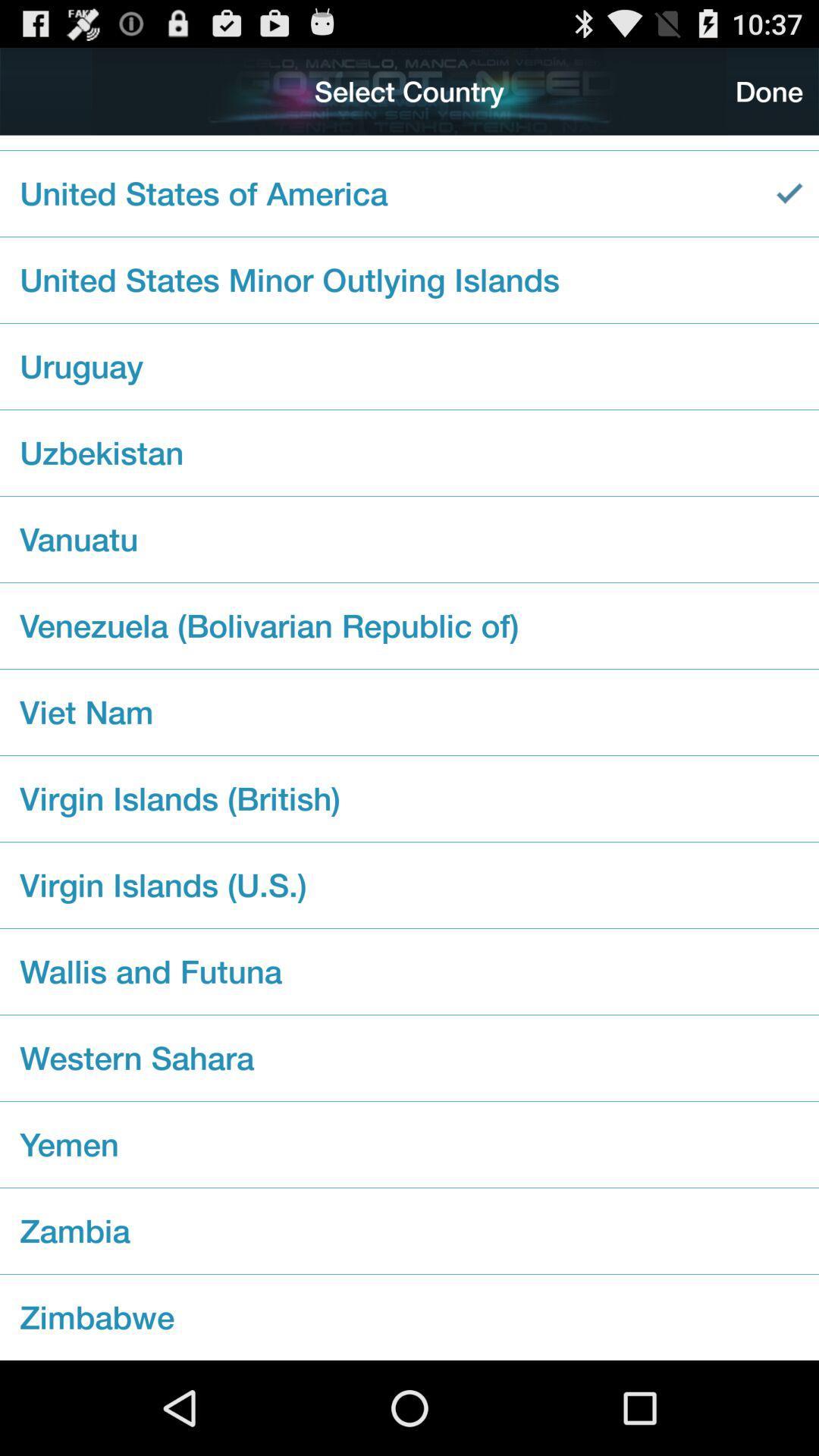  What do you see at coordinates (409, 1144) in the screenshot?
I see `yemen icon` at bounding box center [409, 1144].